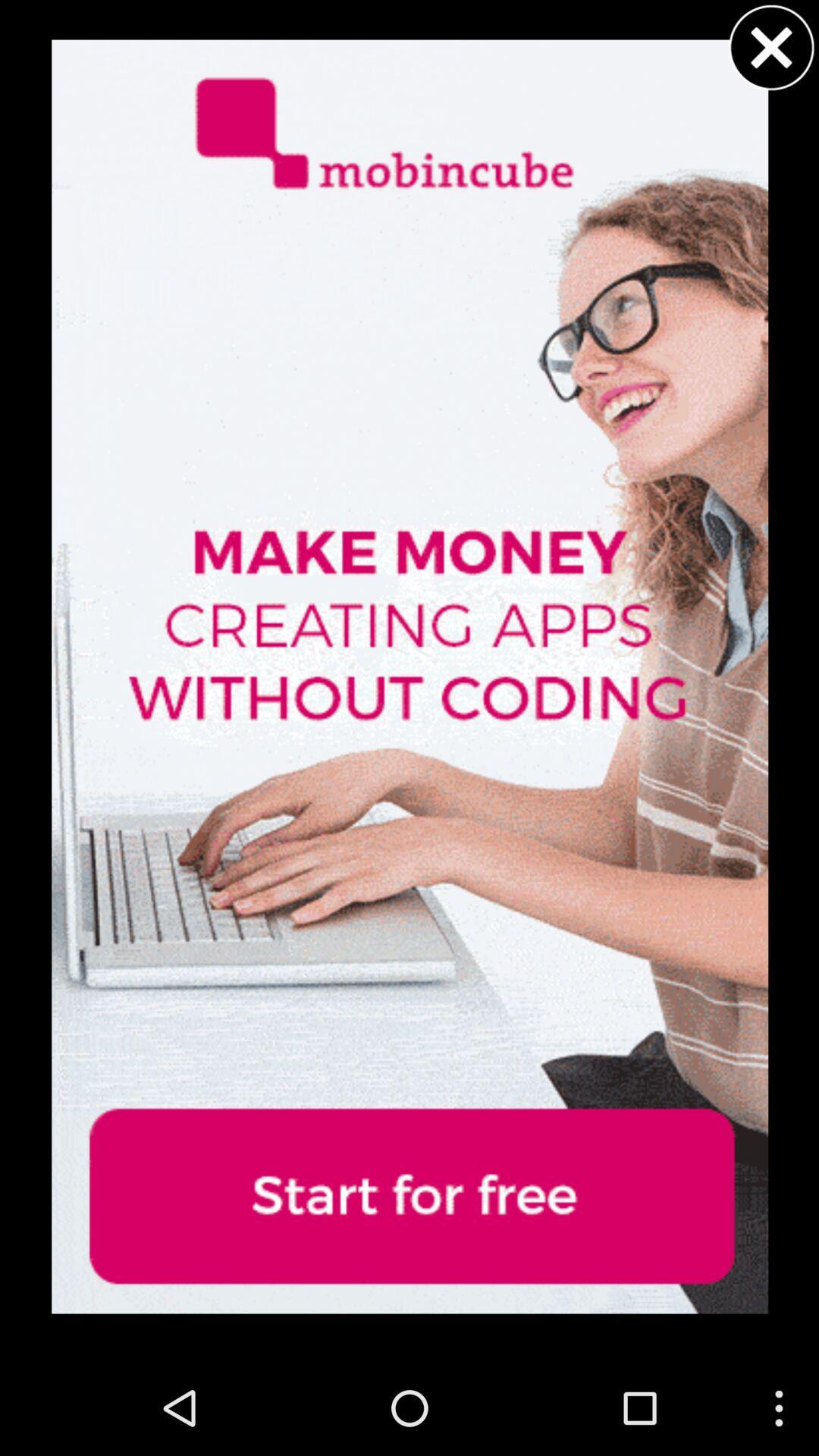  I want to click on page, so click(771, 47).